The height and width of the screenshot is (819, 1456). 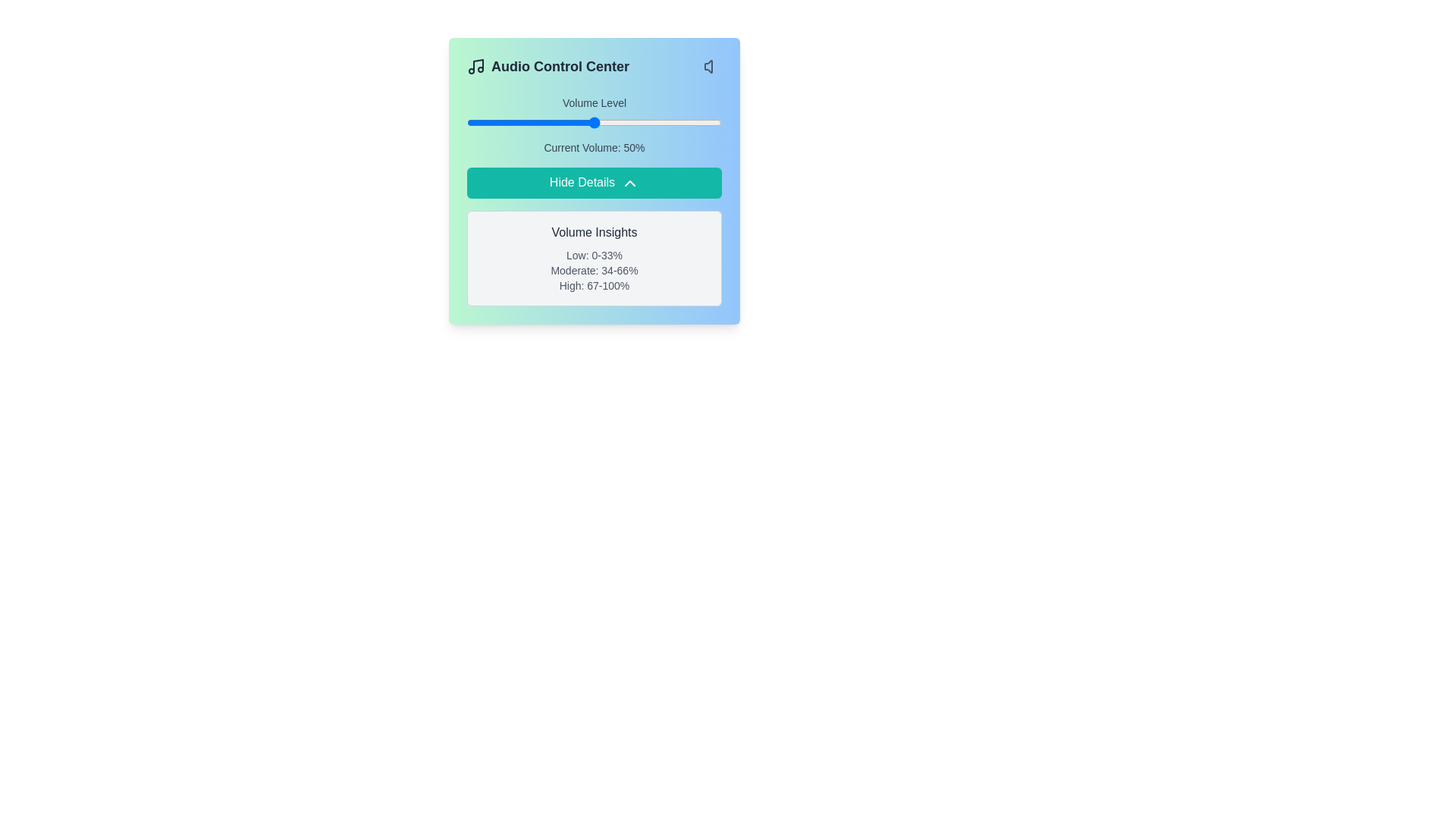 What do you see at coordinates (507, 122) in the screenshot?
I see `the volume slider to set the volume to 16%` at bounding box center [507, 122].